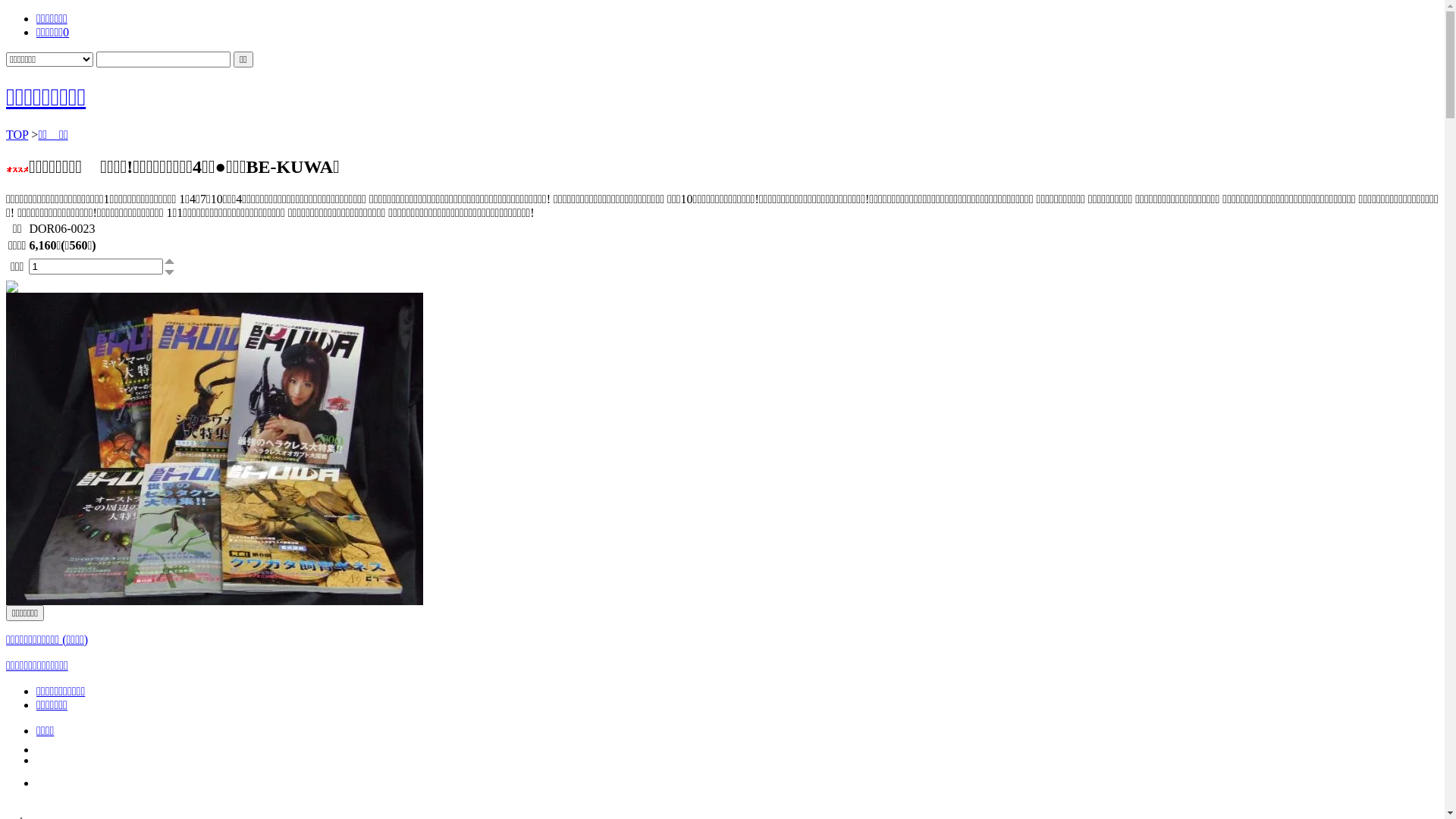 This screenshot has width=1456, height=819. Describe the element at coordinates (6, 133) in the screenshot. I see `'TOP'` at that location.